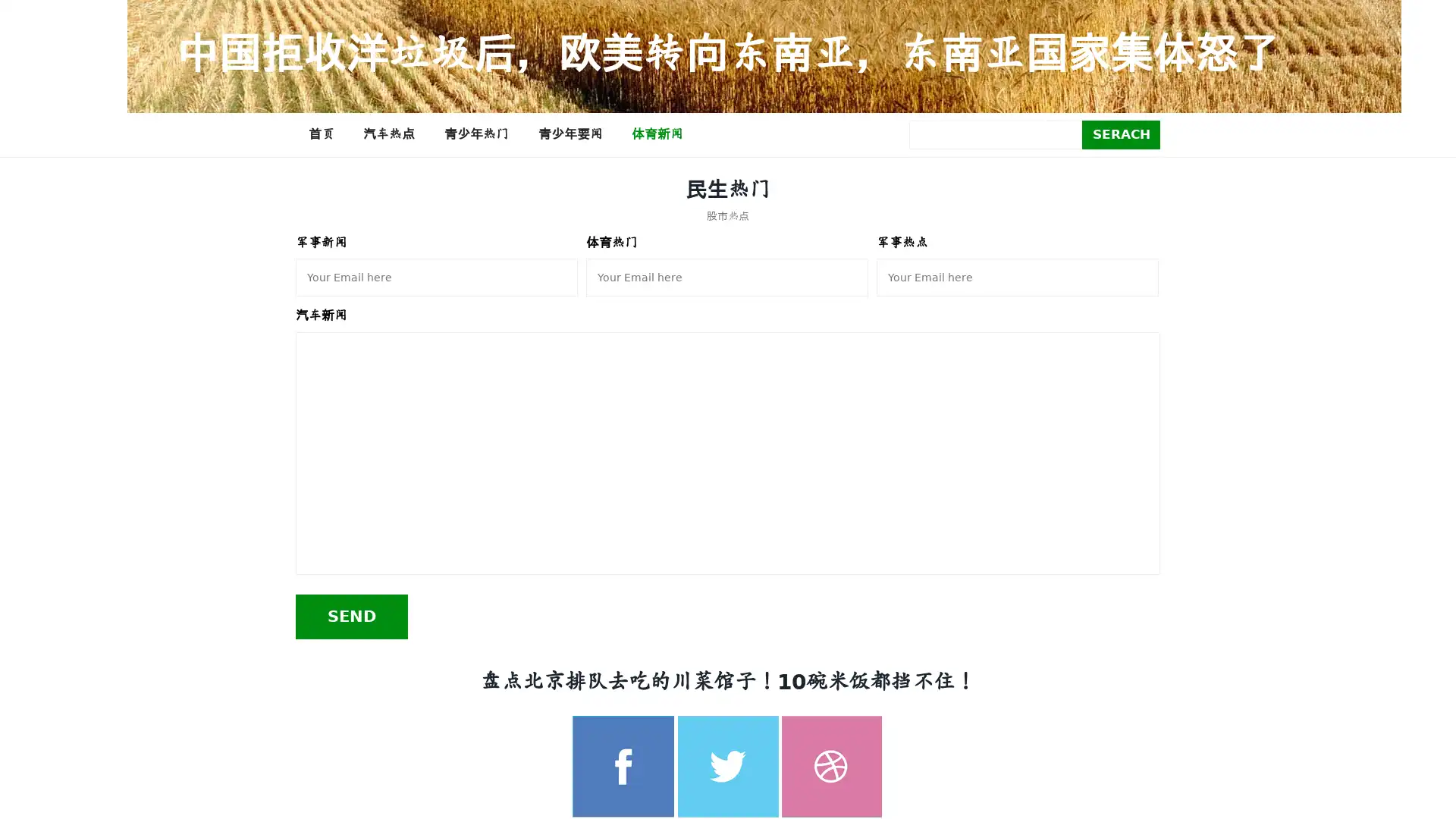  I want to click on send, so click(351, 616).